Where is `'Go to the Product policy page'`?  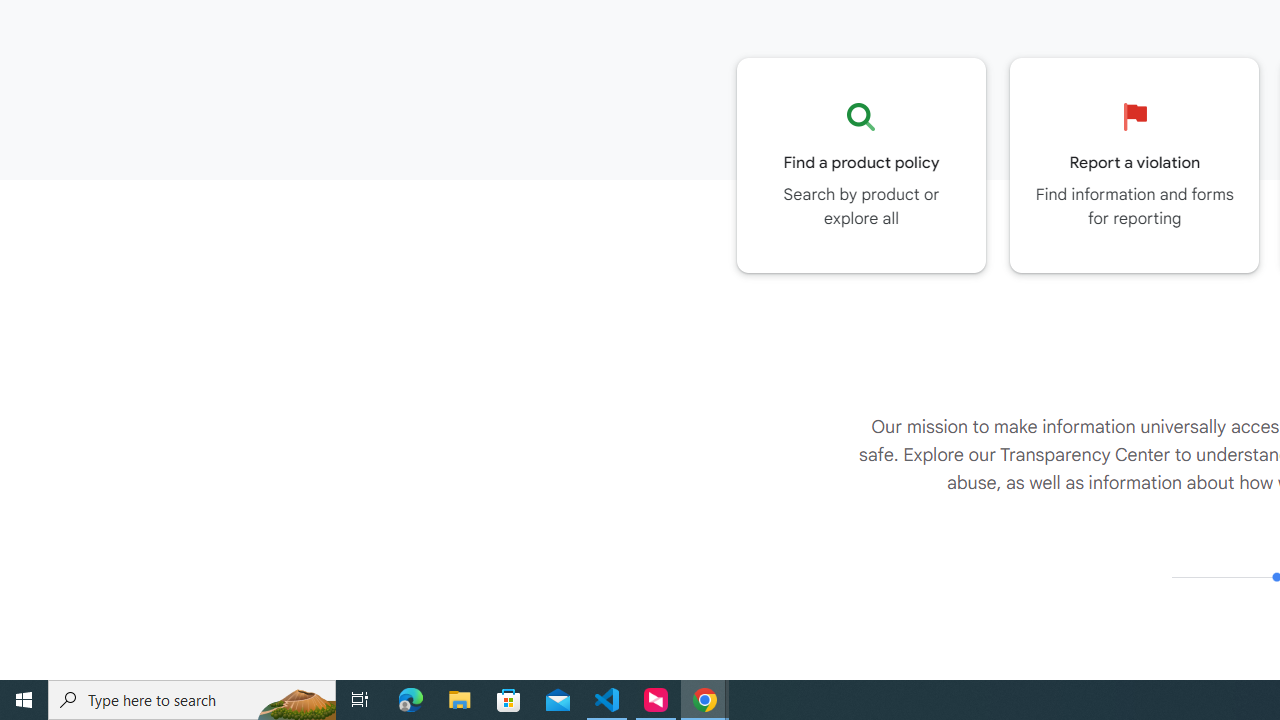
'Go to the Product policy page' is located at coordinates (861, 164).